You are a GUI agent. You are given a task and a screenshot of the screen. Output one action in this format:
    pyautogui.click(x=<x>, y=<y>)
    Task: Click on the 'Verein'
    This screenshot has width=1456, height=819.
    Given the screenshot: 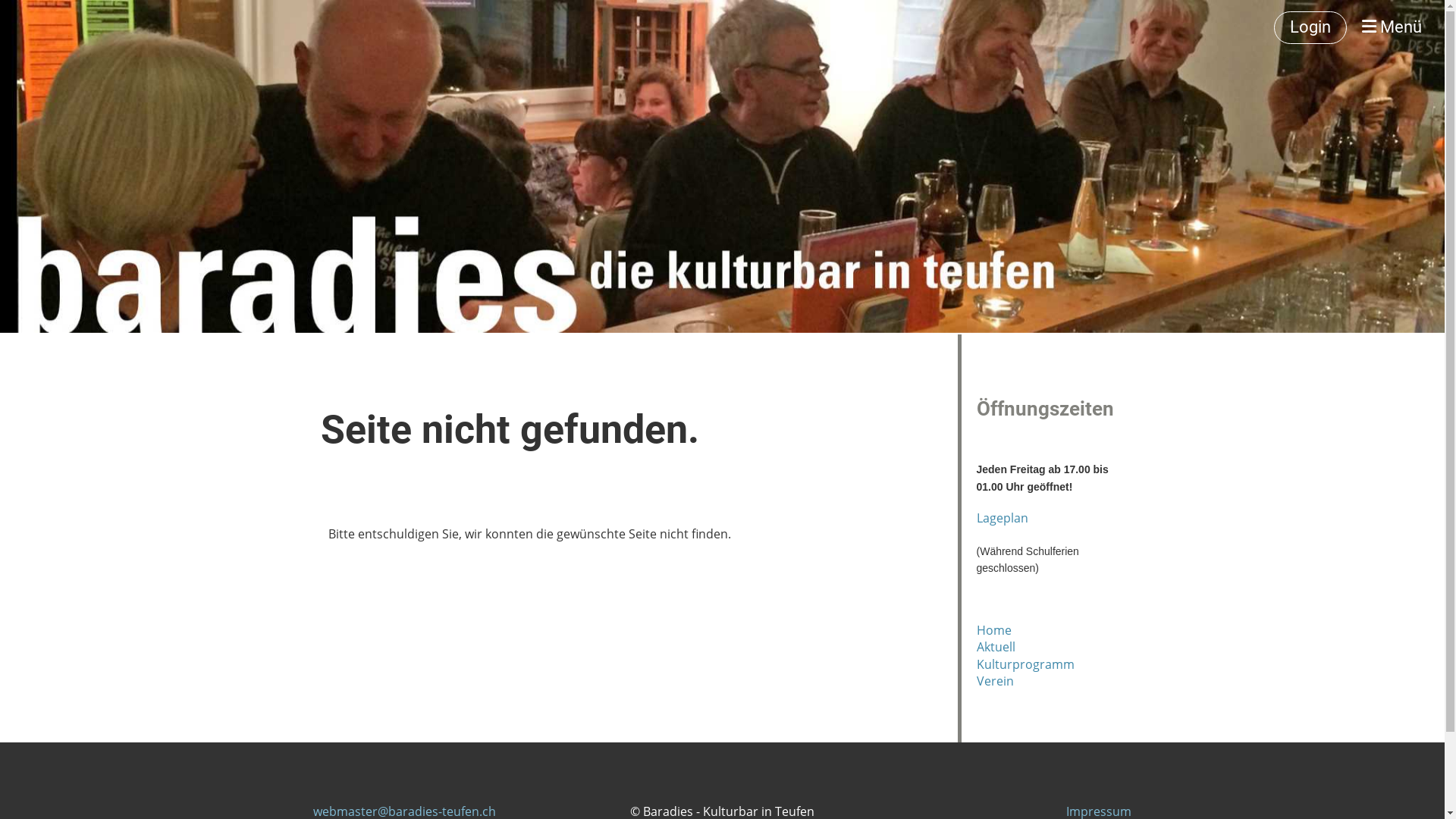 What is the action you would take?
    pyautogui.click(x=995, y=680)
    